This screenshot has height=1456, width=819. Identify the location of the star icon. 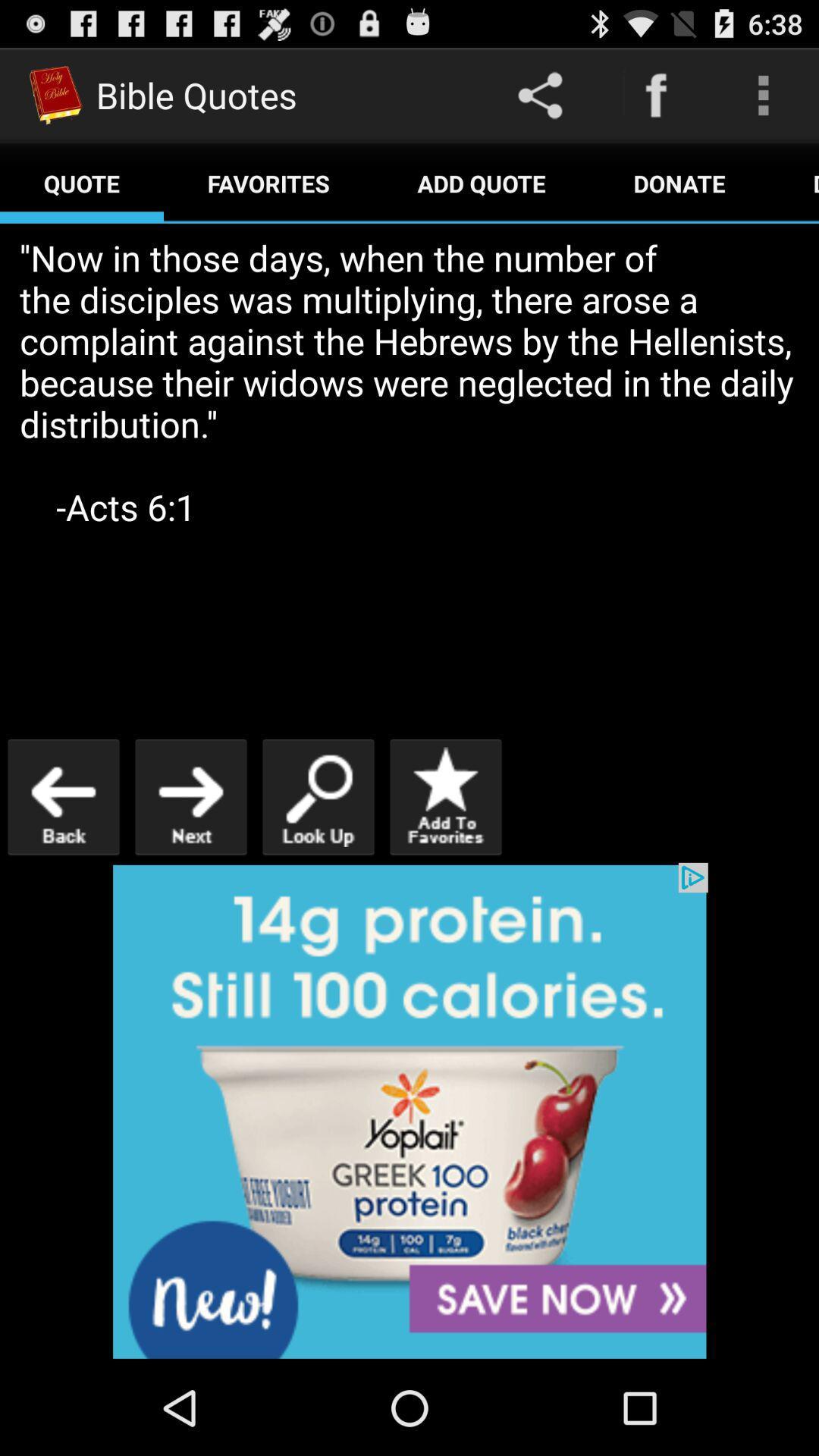
(444, 852).